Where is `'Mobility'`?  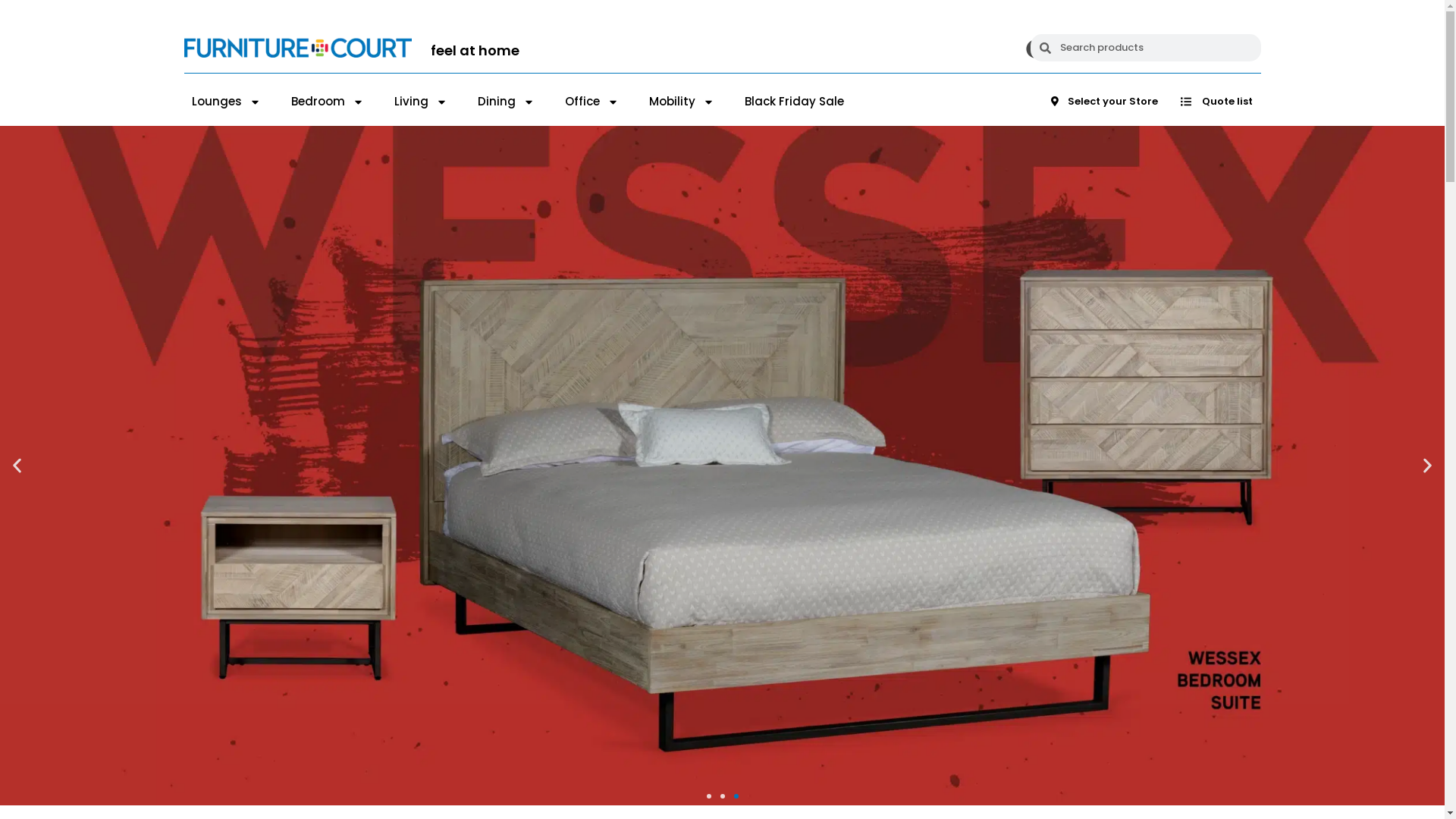 'Mobility' is located at coordinates (648, 102).